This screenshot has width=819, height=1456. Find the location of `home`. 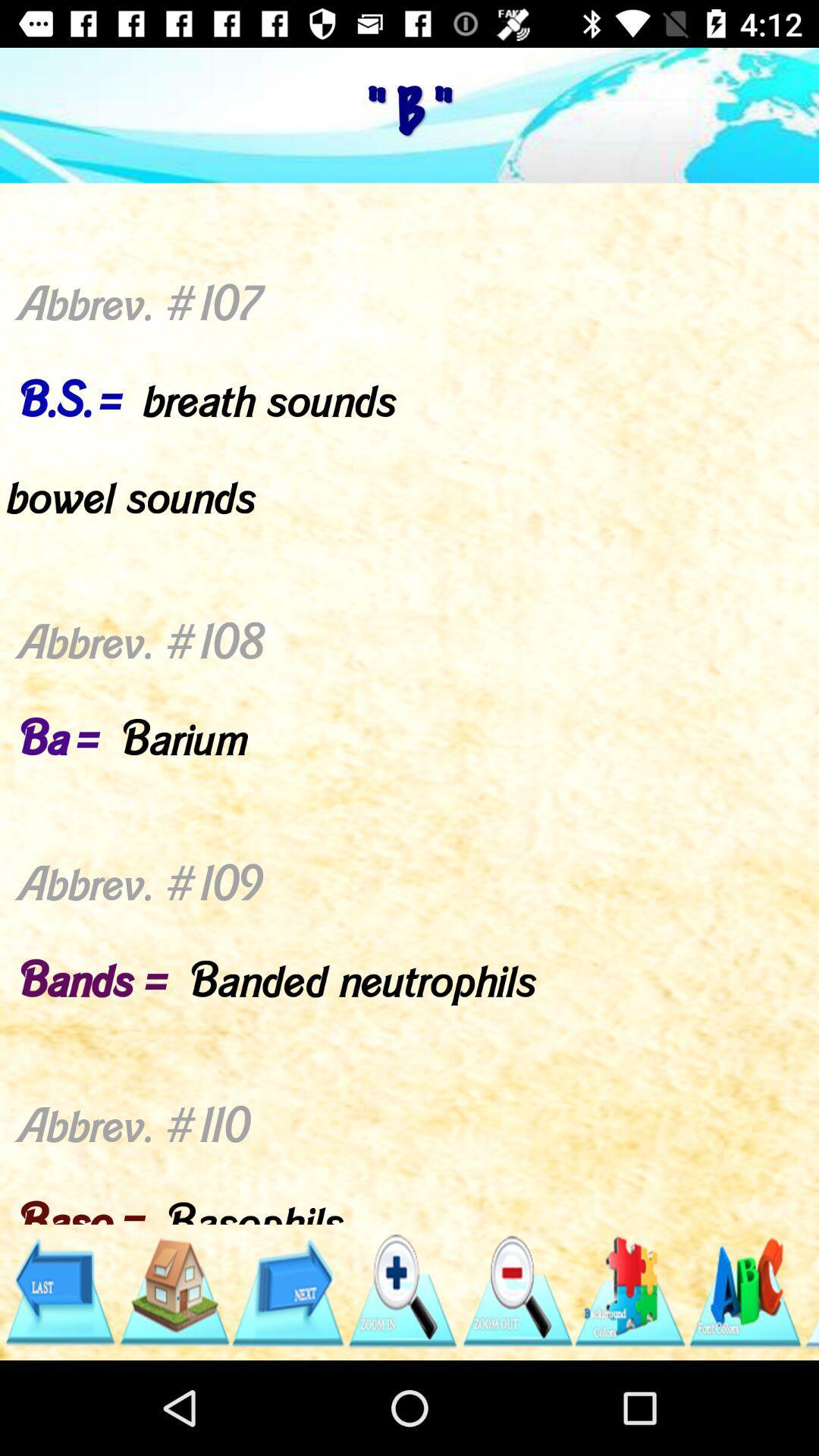

home is located at coordinates (173, 1291).